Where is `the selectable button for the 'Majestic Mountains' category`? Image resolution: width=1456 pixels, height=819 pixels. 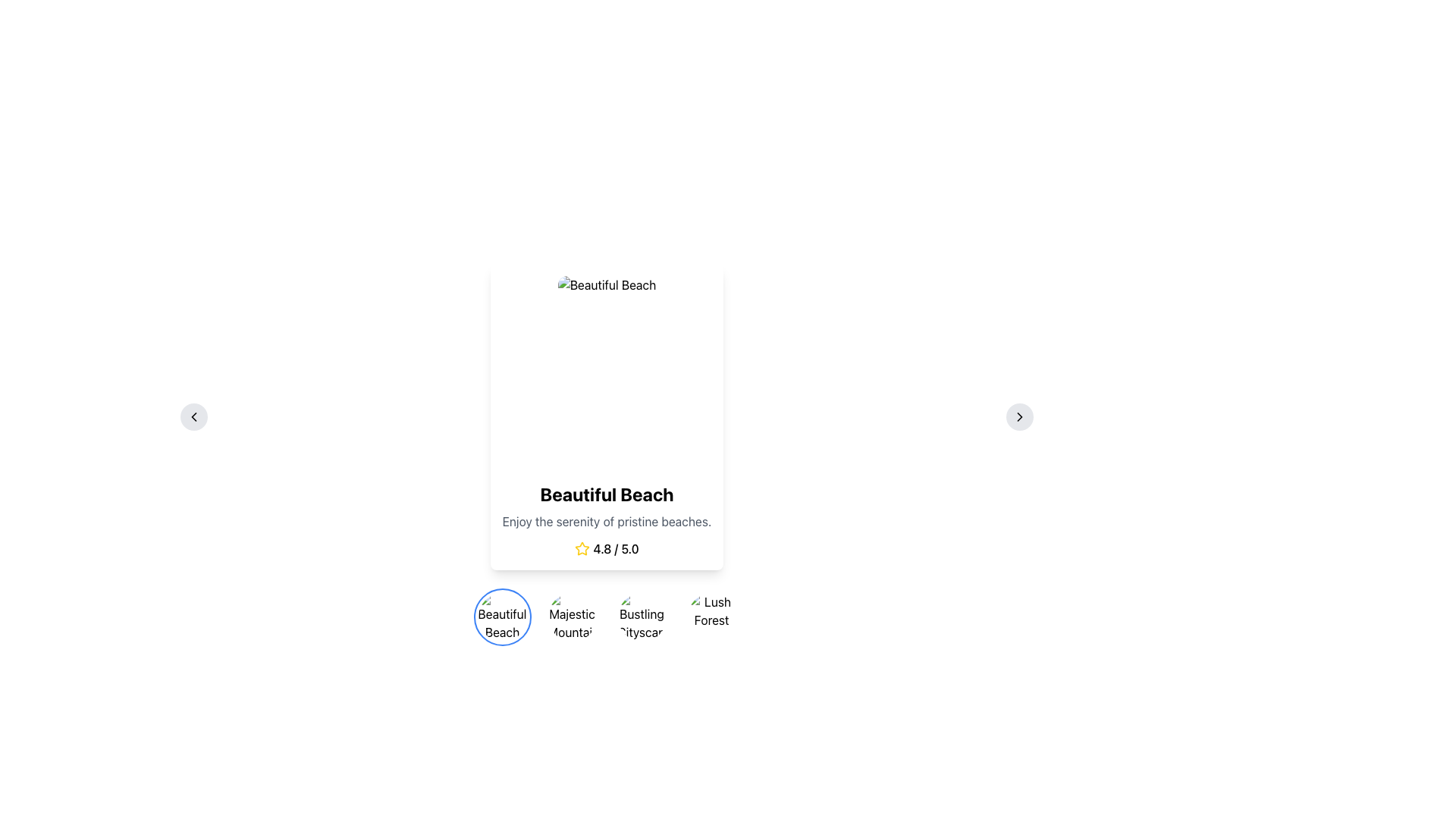 the selectable button for the 'Majestic Mountains' category is located at coordinates (571, 617).